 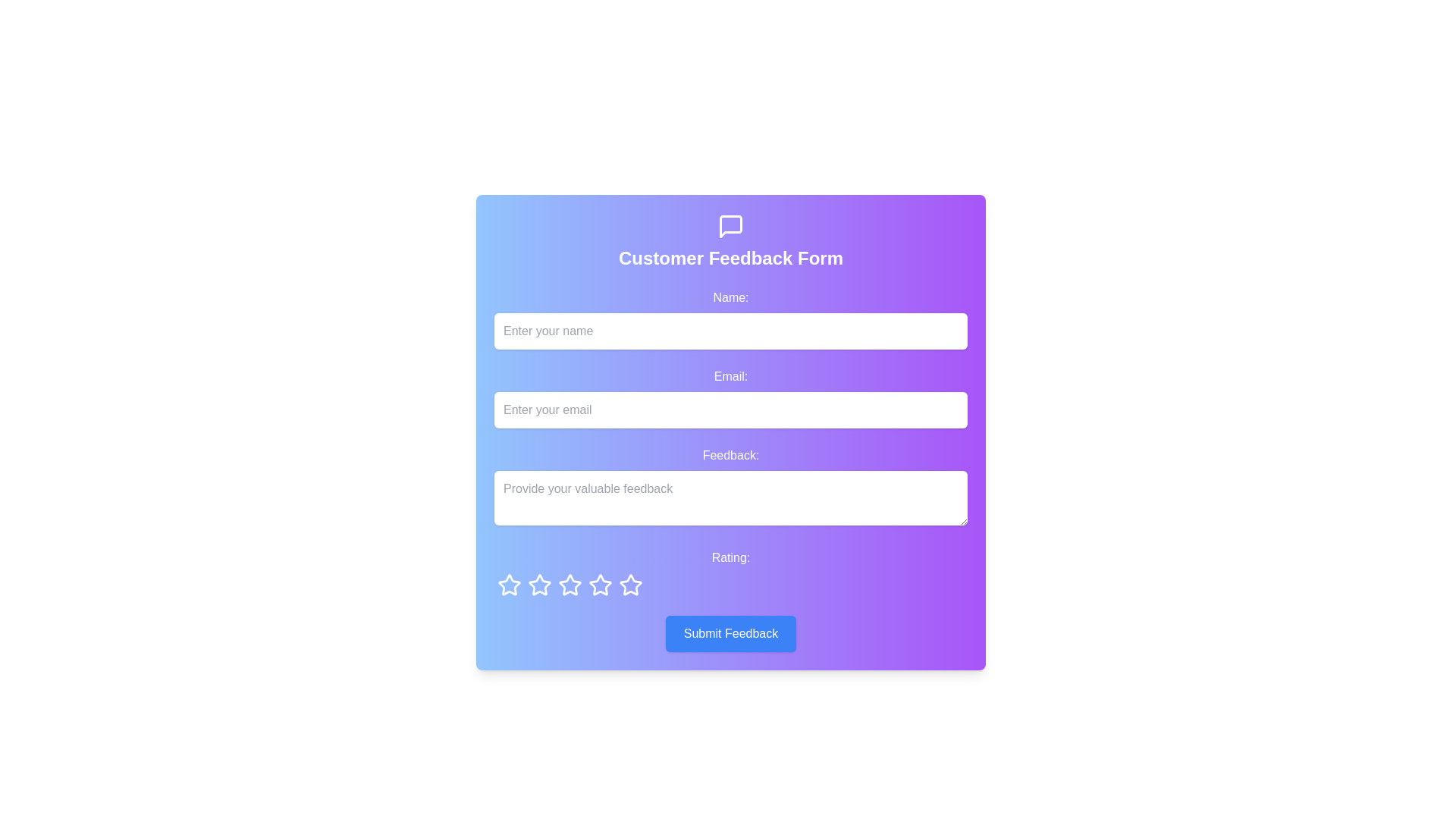 I want to click on the 'Submit Feedback' button, which is a rectangular button with rounded corners, displaying white text on a blue background, located centrally at the bottom of the feedback form, so click(x=731, y=634).